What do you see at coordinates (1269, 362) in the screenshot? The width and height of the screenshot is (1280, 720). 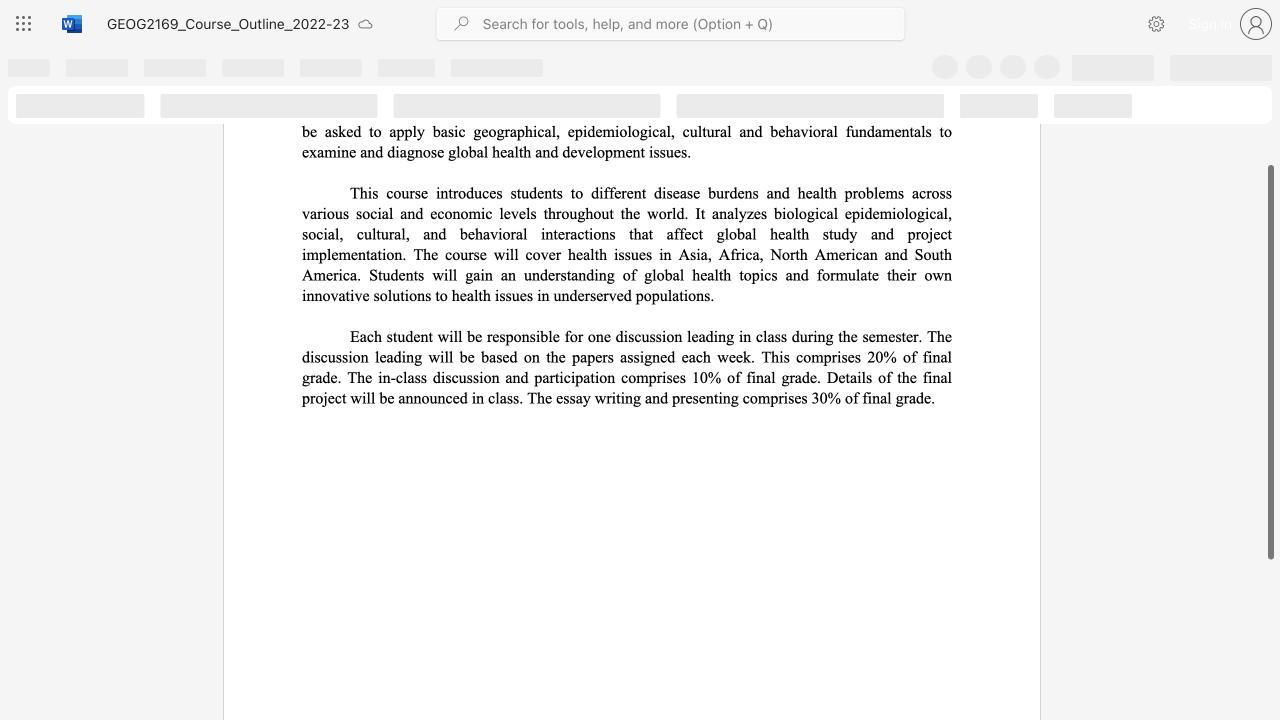 I see `the scrollbar and move up 90 pixels` at bounding box center [1269, 362].